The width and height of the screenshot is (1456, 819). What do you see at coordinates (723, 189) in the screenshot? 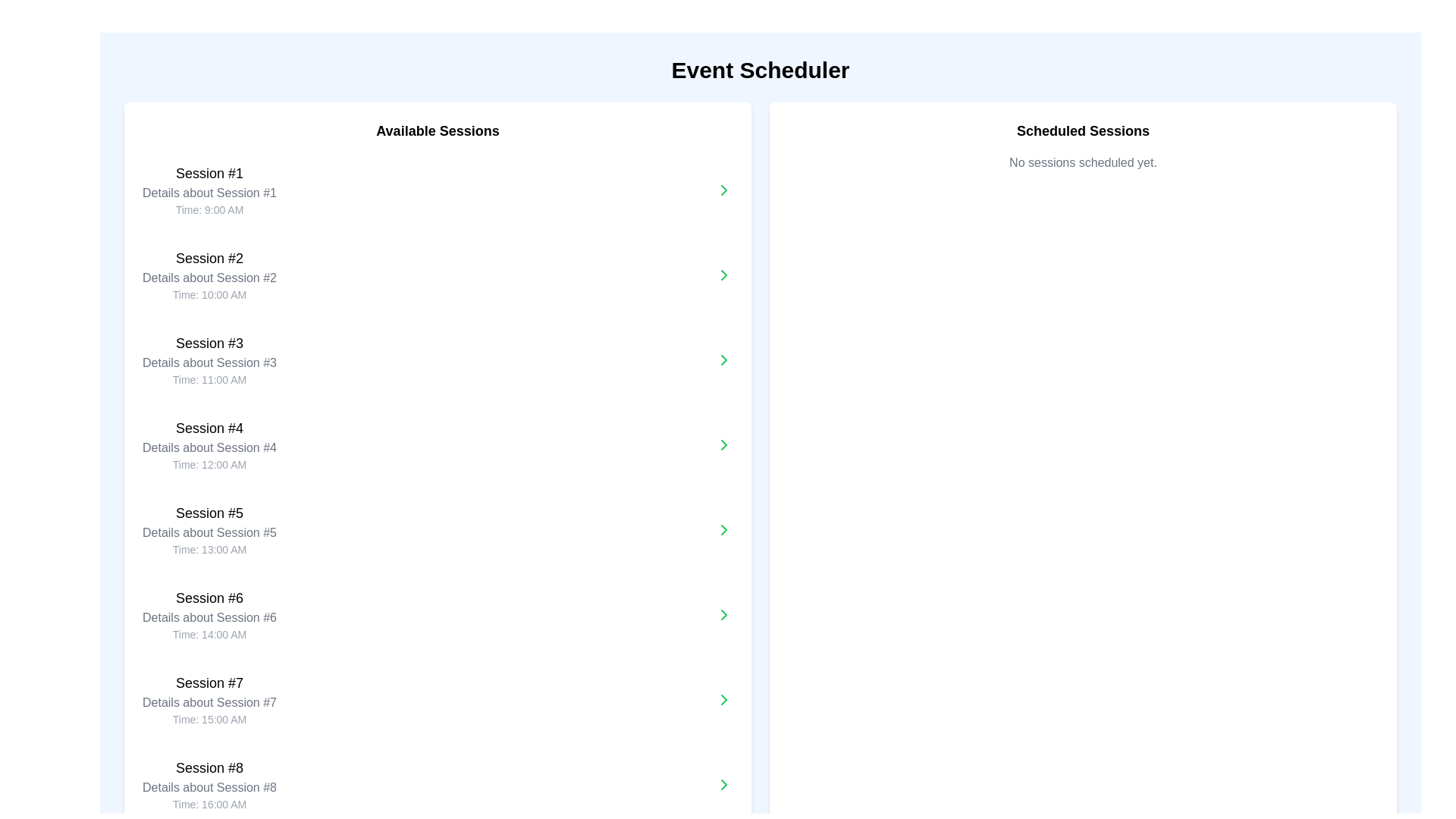
I see `the second chevron icon` at bounding box center [723, 189].